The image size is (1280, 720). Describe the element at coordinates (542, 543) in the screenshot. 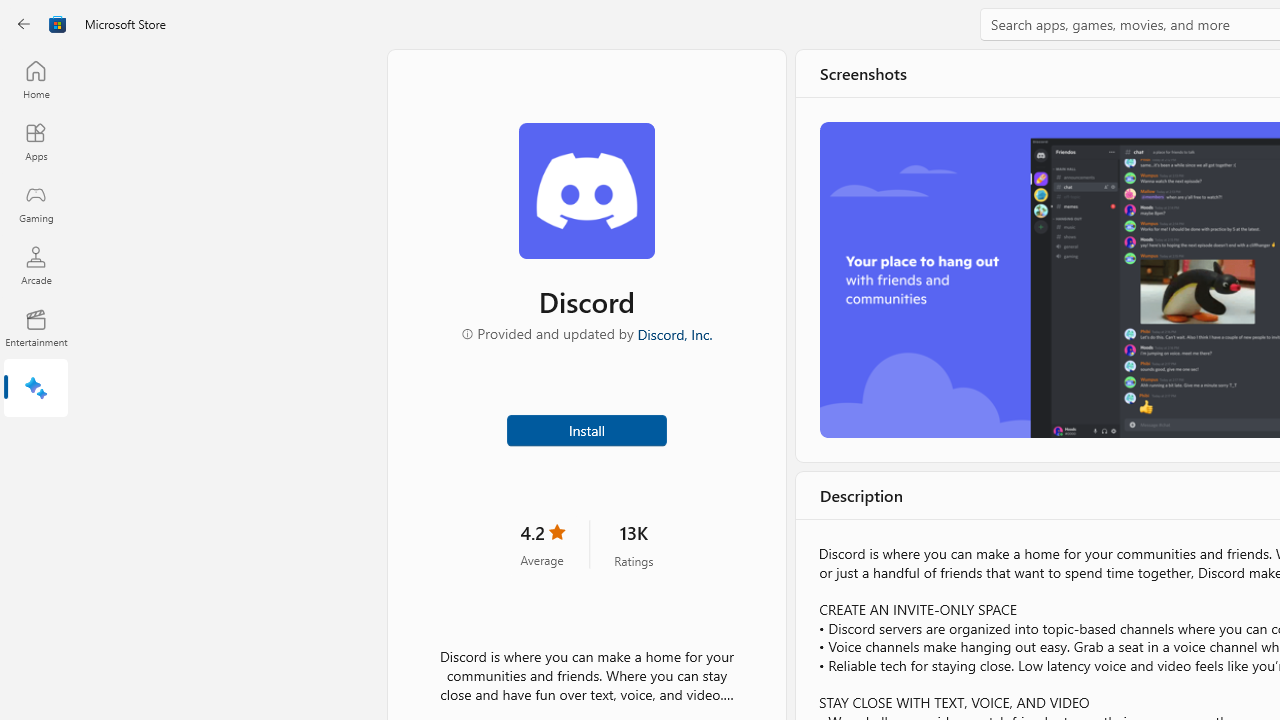

I see `'4.2 stars. Click to skip to ratings and reviews'` at that location.